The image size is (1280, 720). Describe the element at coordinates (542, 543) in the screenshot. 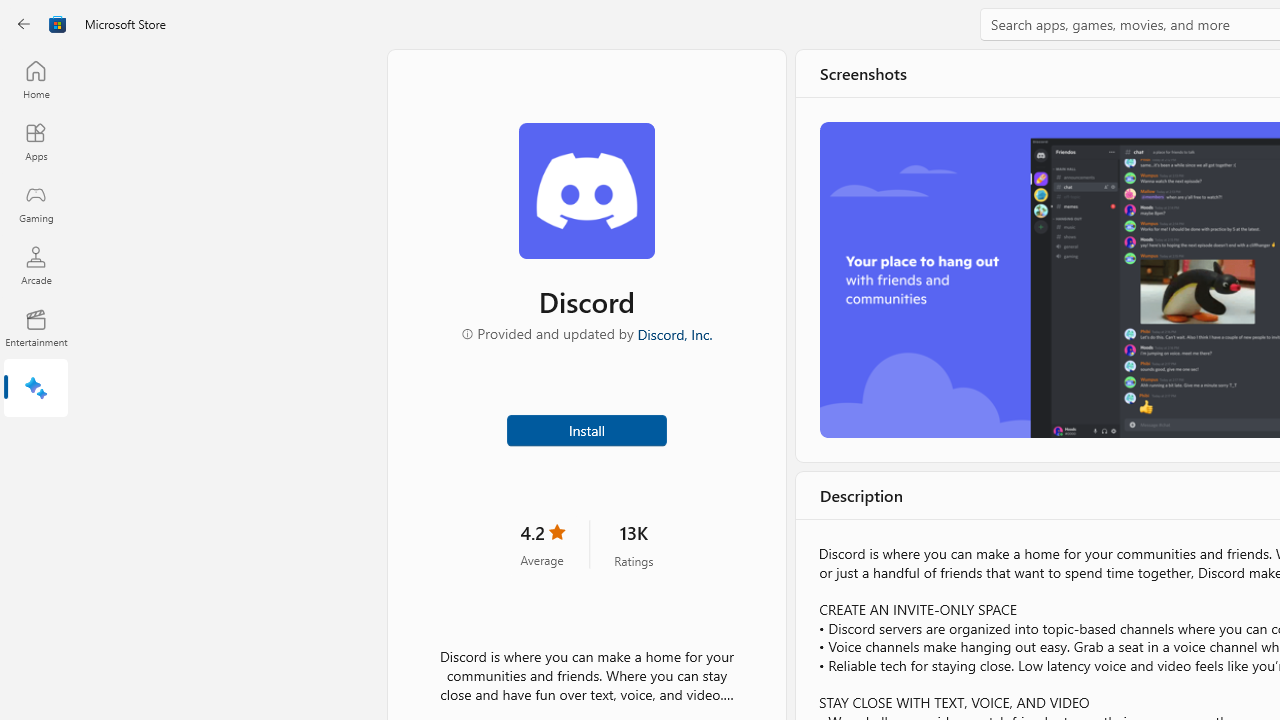

I see `'4.2 stars. Click to skip to ratings and reviews'` at that location.